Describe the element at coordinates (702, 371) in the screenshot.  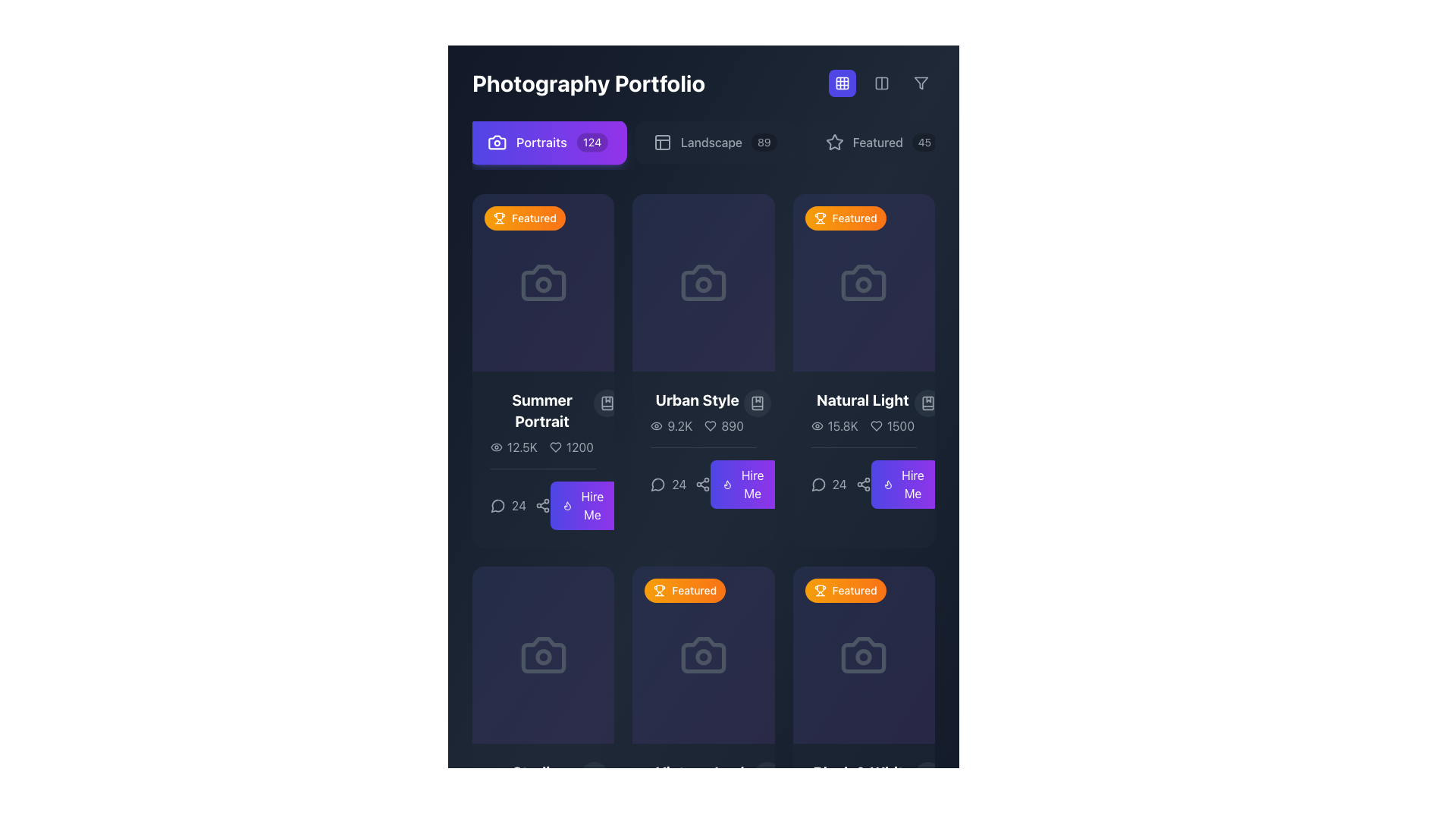
I see `the Portfolio card titled 'Urban Style' with a dark gray background and a violet 'Hire Me' button at the bottom right` at that location.